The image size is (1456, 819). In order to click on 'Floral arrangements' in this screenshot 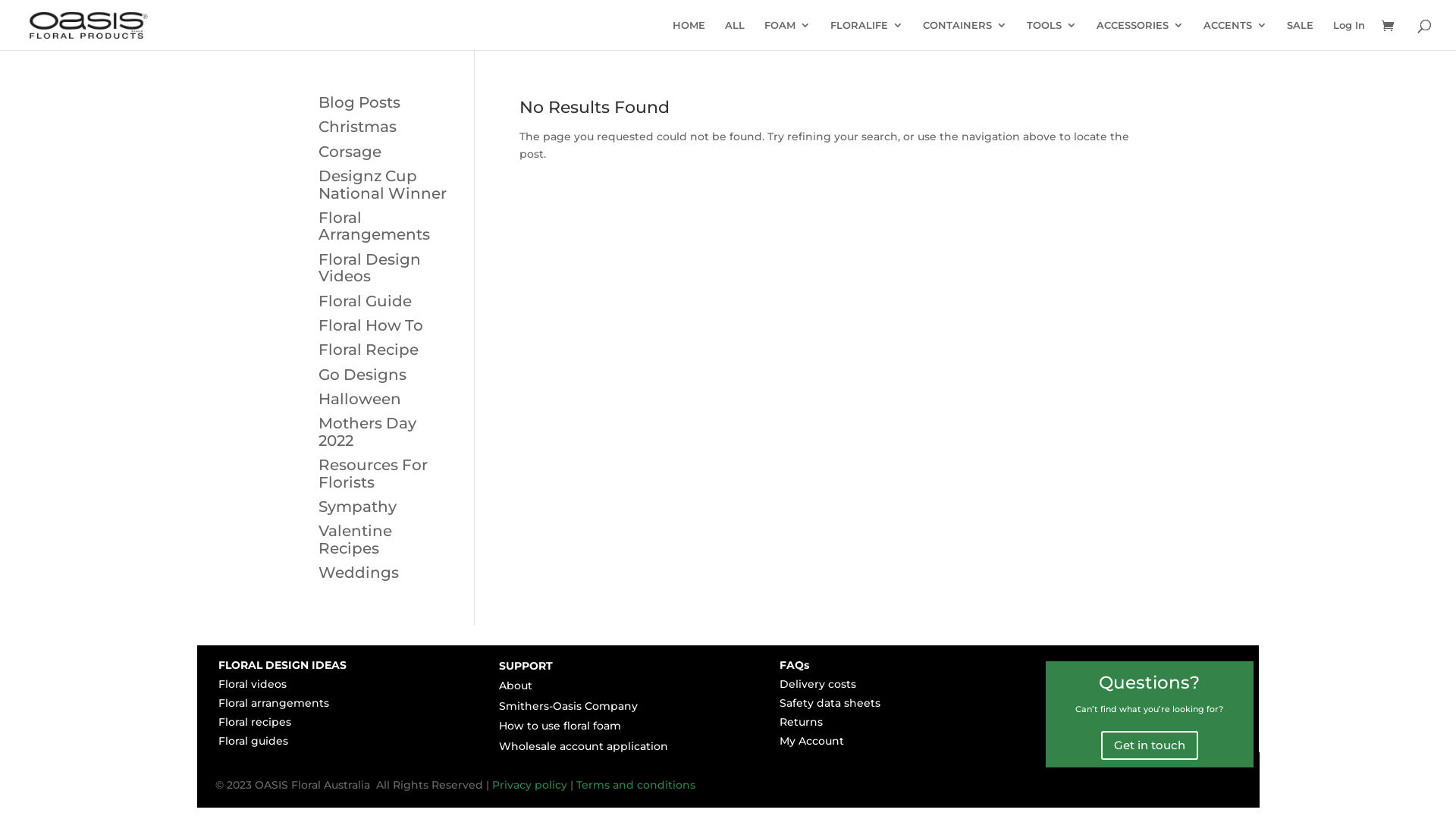, I will do `click(273, 702)`.